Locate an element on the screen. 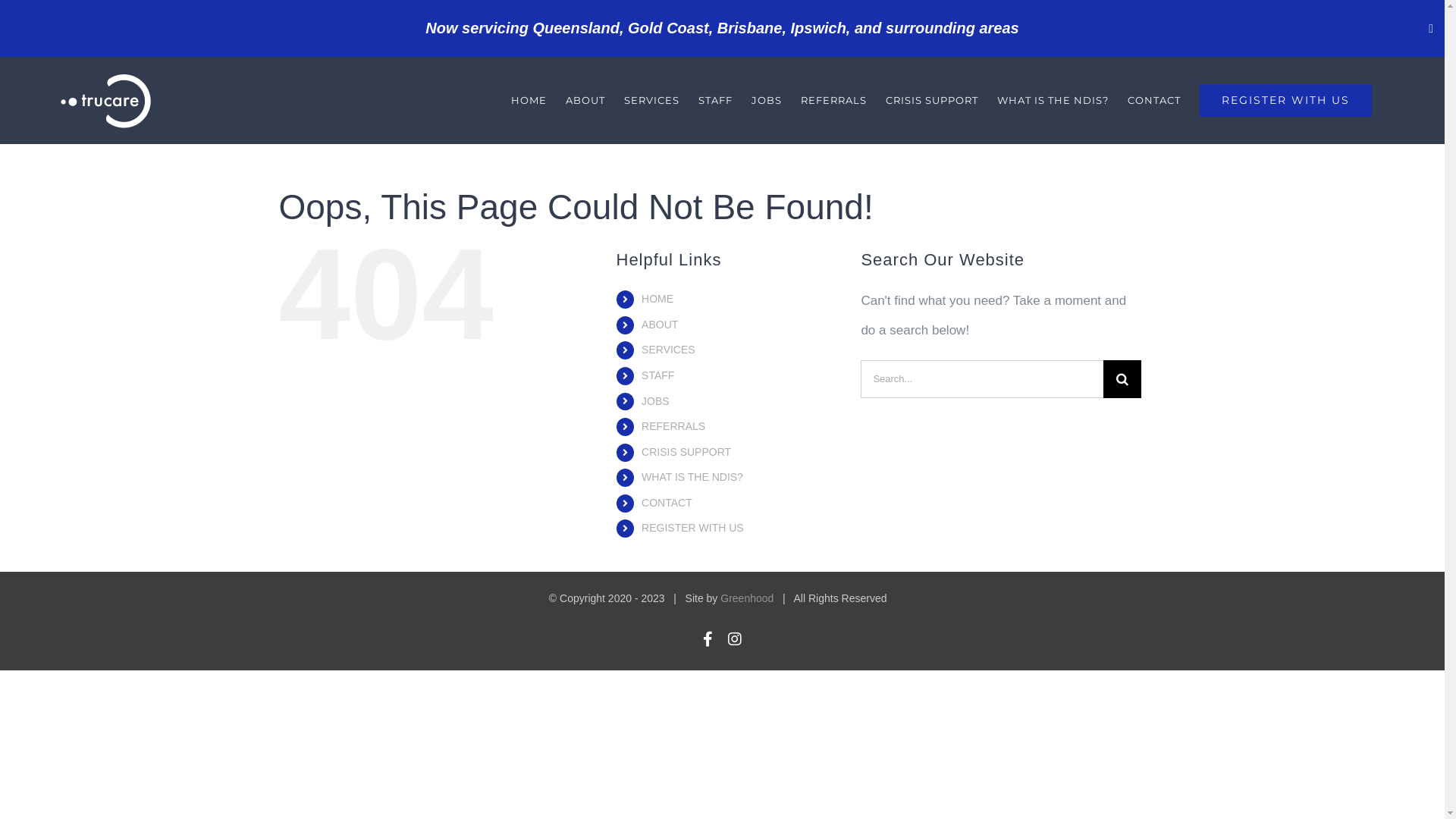 Image resolution: width=1456 pixels, height=819 pixels. 'Greenhood' is located at coordinates (746, 598).